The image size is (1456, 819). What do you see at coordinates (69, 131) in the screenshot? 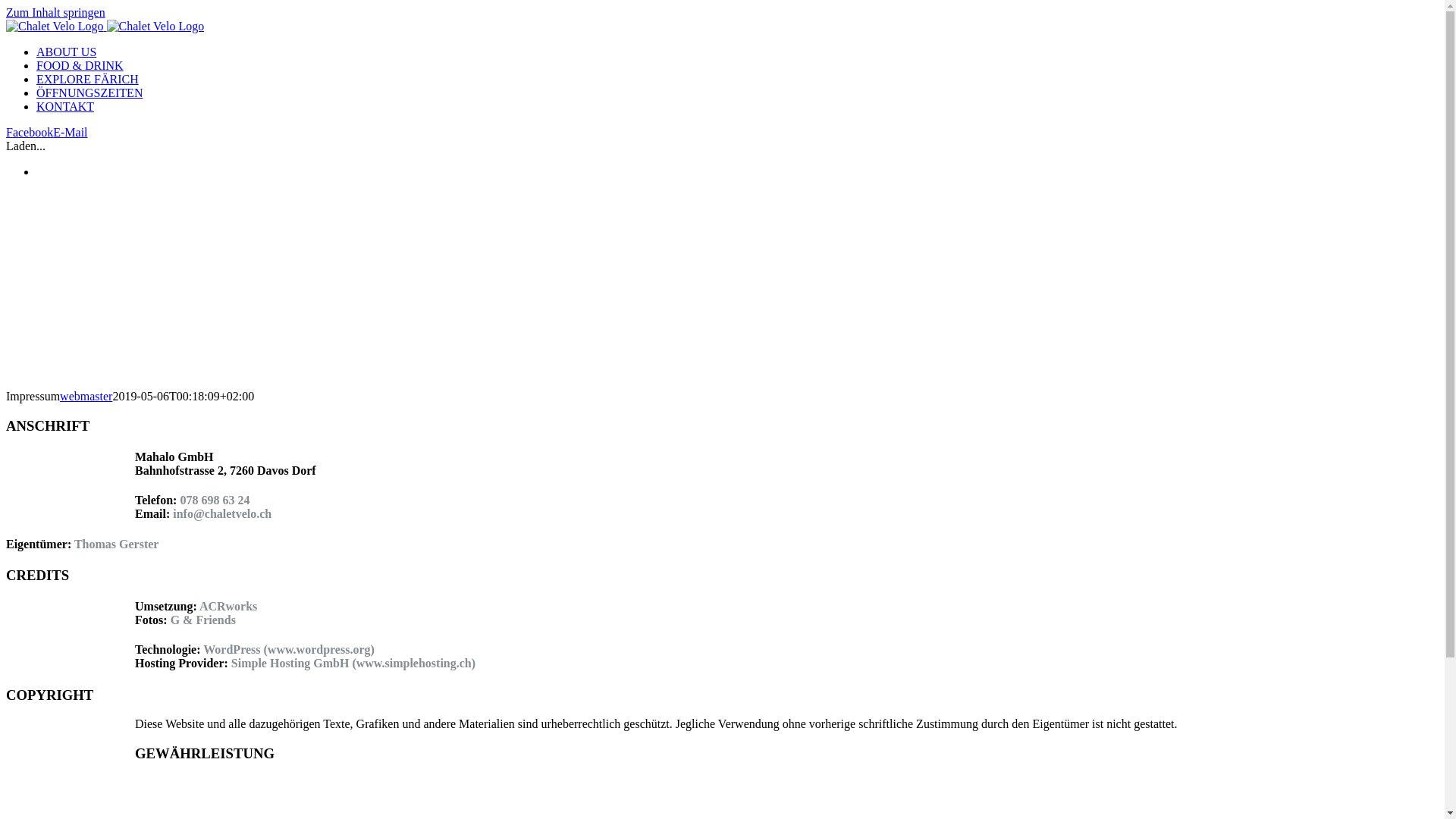
I see `'E-Mail'` at bounding box center [69, 131].